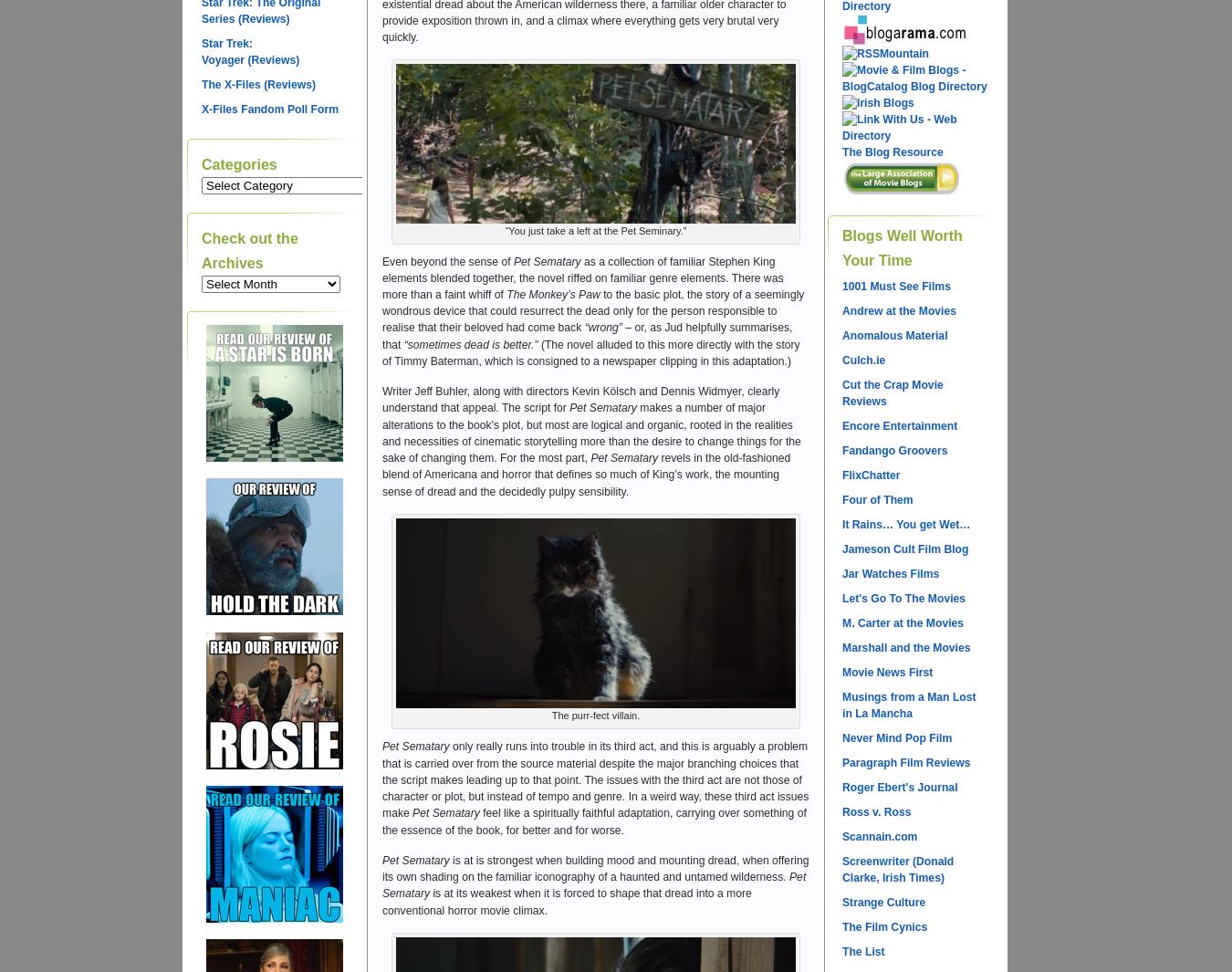  I want to click on 'Four of Them', so click(876, 500).